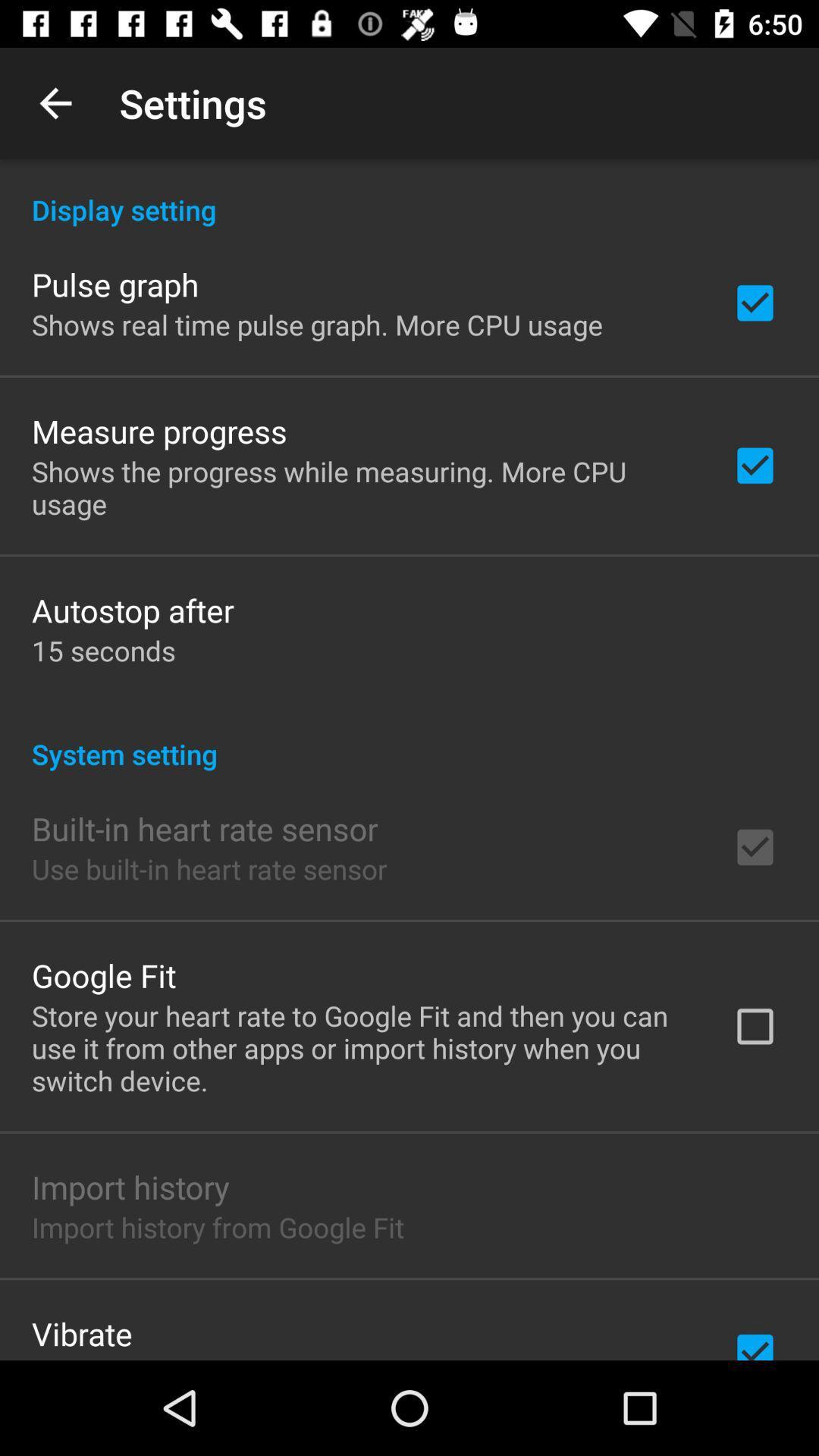 The width and height of the screenshot is (819, 1456). What do you see at coordinates (409, 193) in the screenshot?
I see `the display setting item` at bounding box center [409, 193].